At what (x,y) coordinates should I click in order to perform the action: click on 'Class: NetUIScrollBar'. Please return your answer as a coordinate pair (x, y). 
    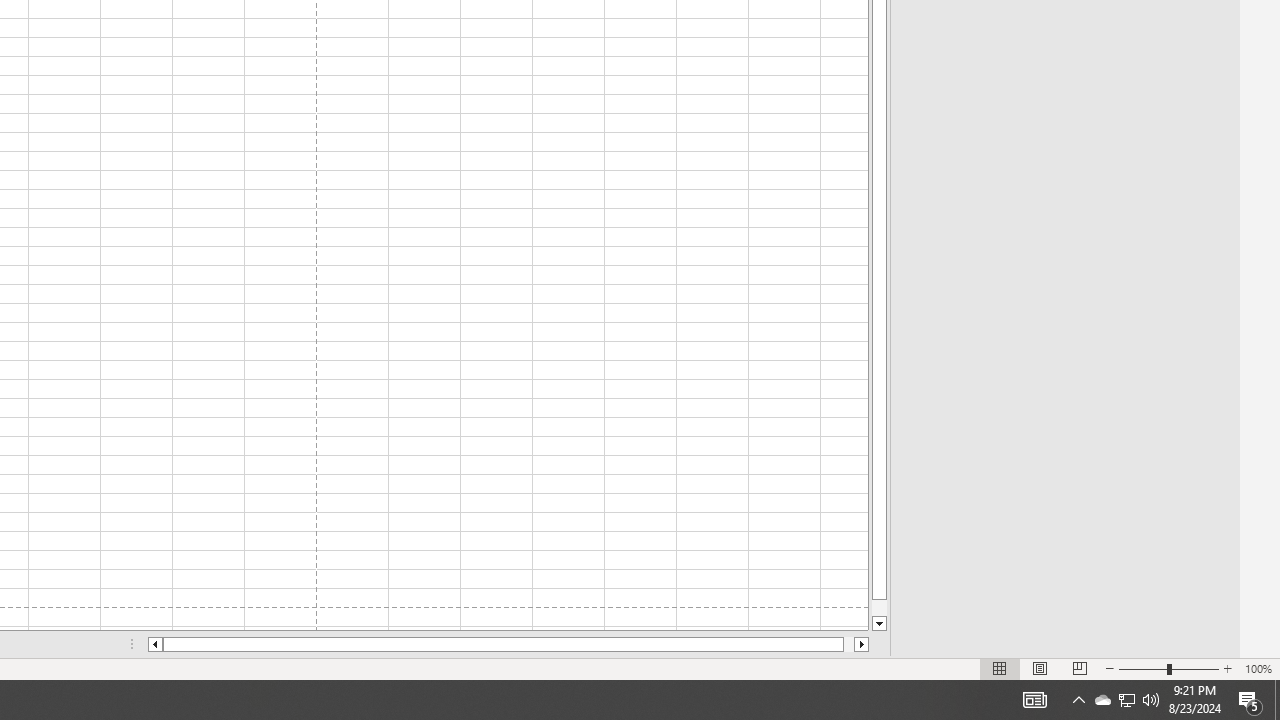
    Looking at the image, I should click on (508, 644).